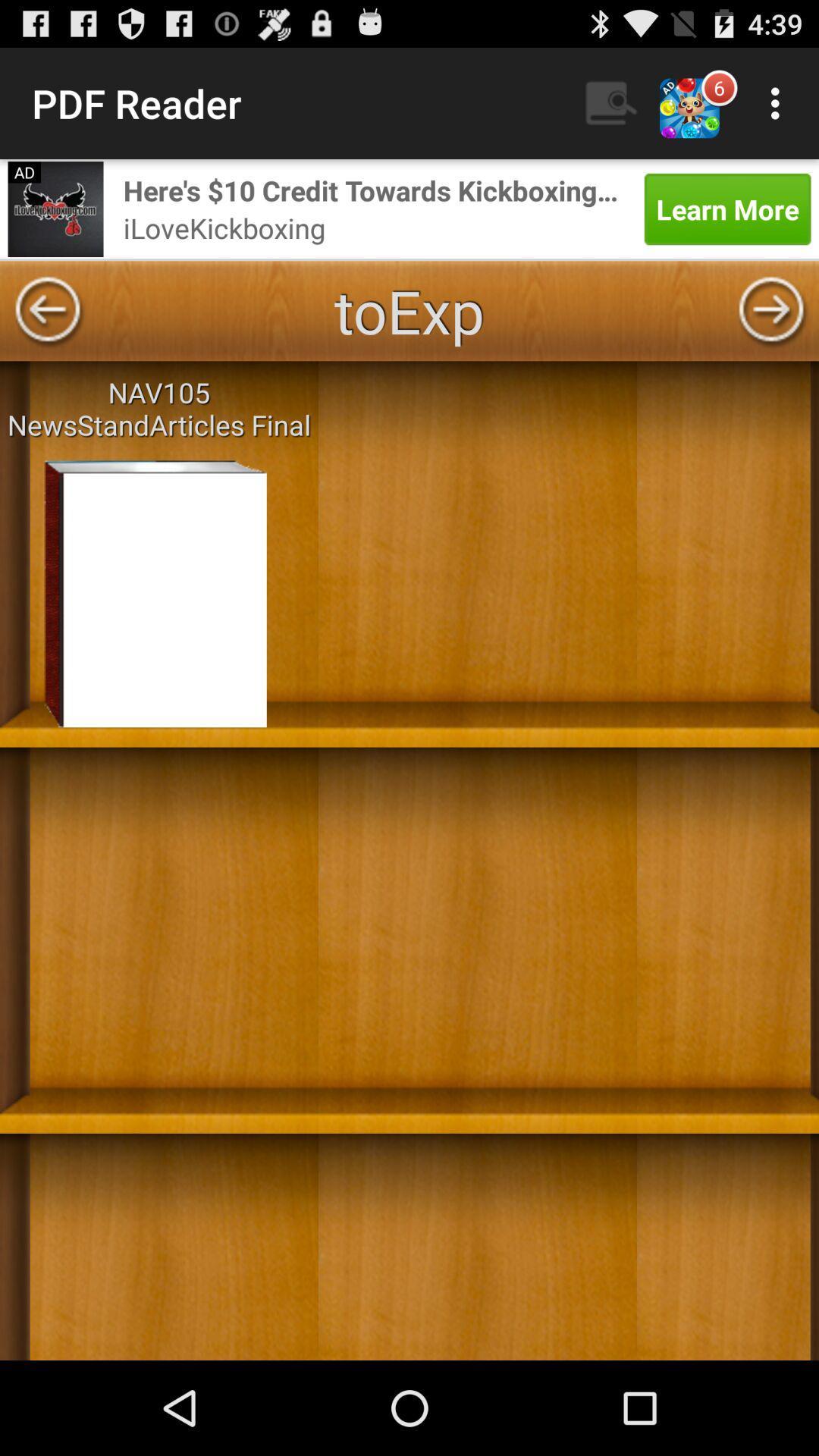 The width and height of the screenshot is (819, 1456). What do you see at coordinates (46, 332) in the screenshot?
I see `the arrow_backward icon` at bounding box center [46, 332].